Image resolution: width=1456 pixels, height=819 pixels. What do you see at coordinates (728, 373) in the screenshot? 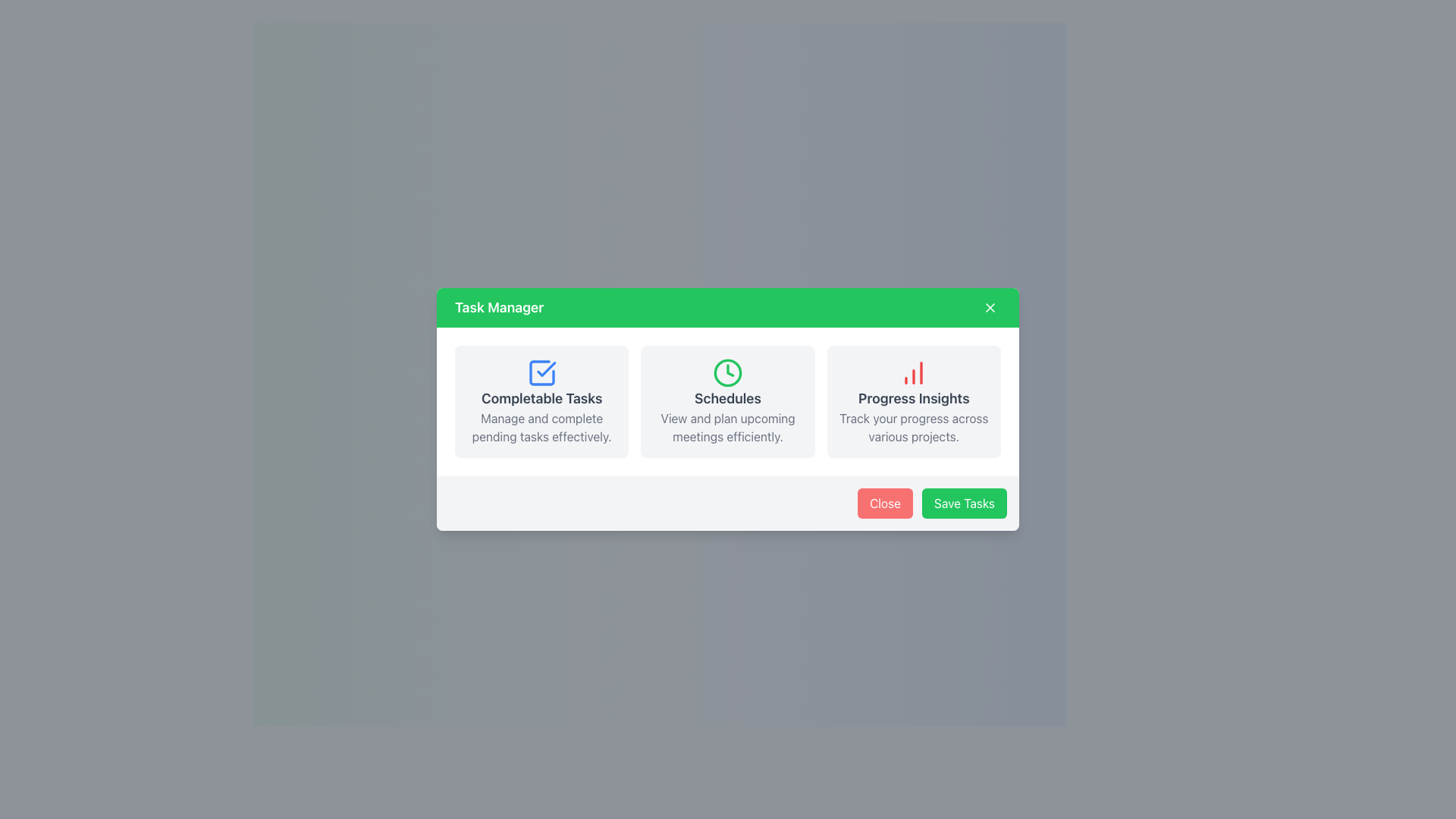
I see `the green clock icon with a circular outline and clock hands, located in the middle section of the Task Manager interface, directly above the 'Schedules' label` at bounding box center [728, 373].